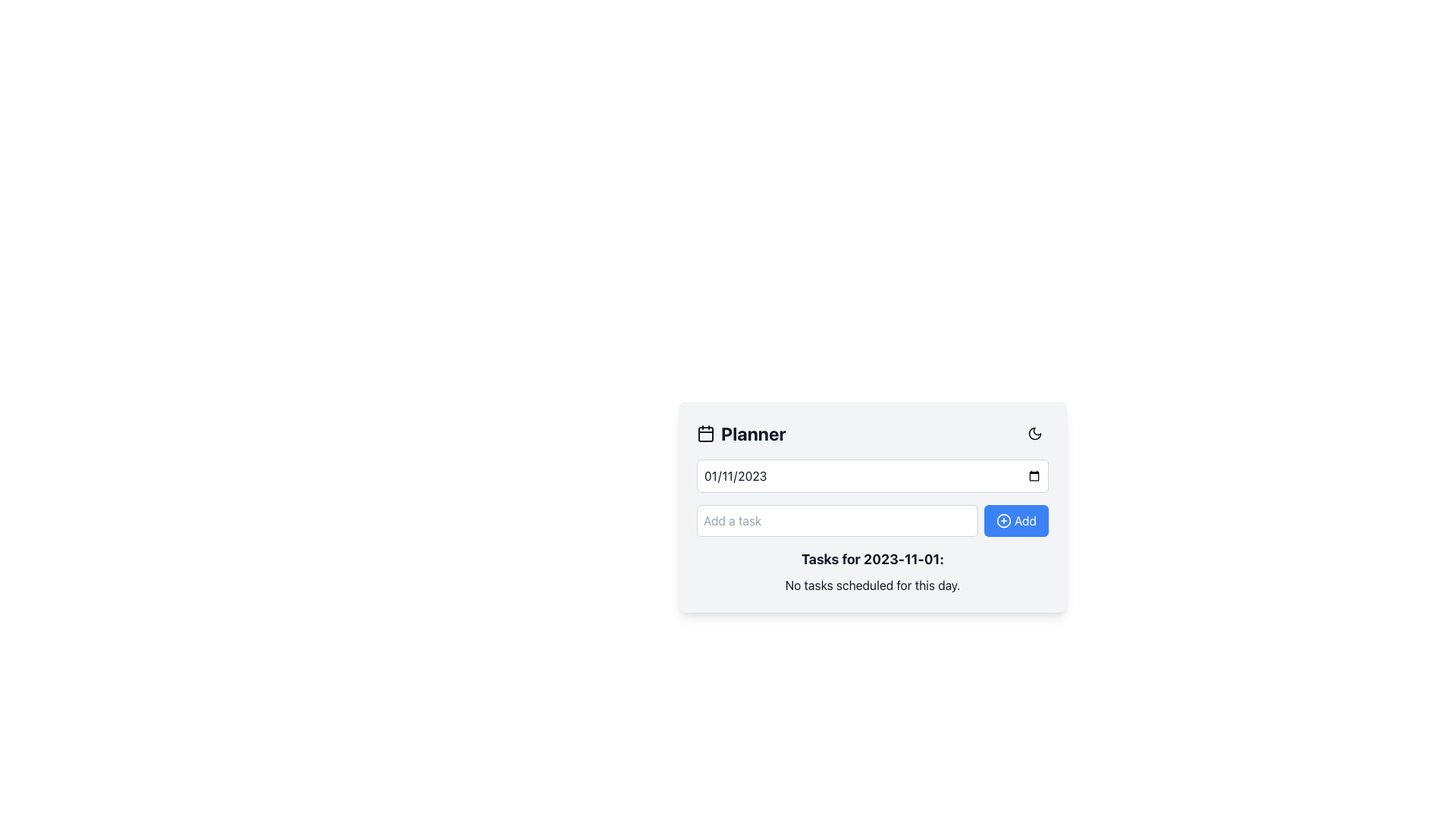 The width and height of the screenshot is (1456, 819). Describe the element at coordinates (873, 559) in the screenshot. I see `bold text label that states 'Tasks for 2023-11-01:' positioned at the bottom of the planner card interface` at that location.